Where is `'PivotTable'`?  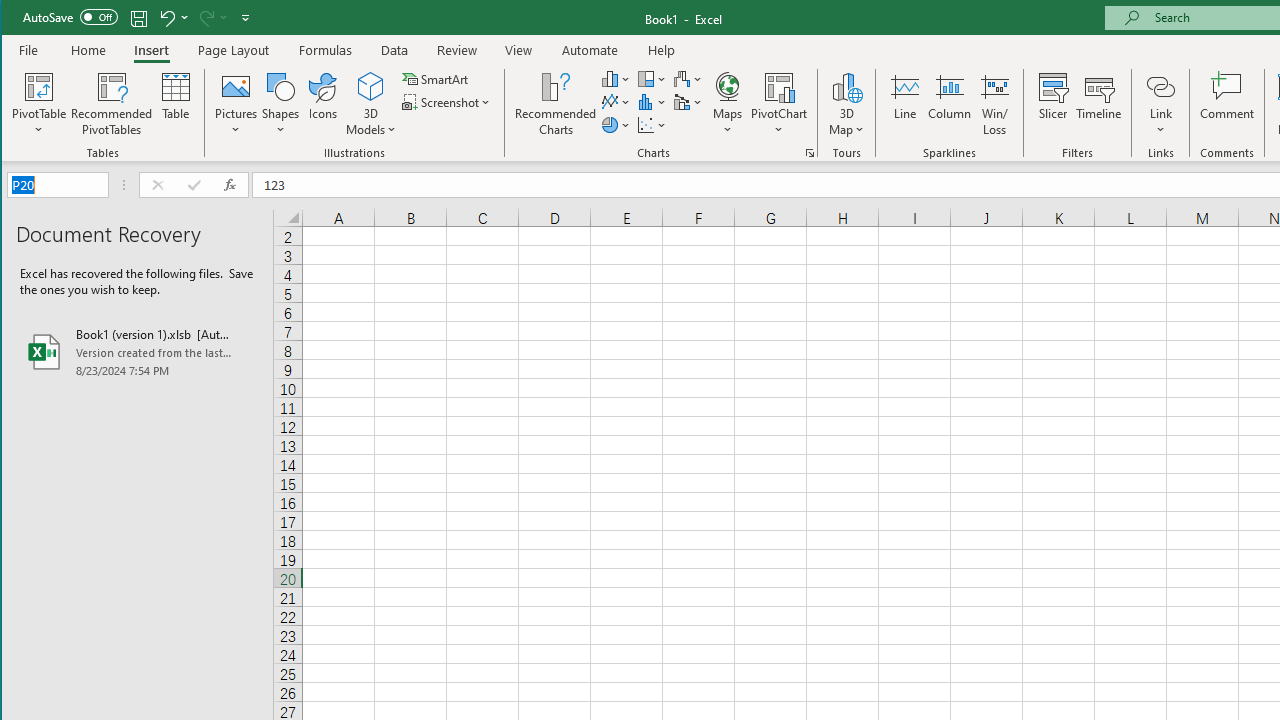 'PivotTable' is located at coordinates (39, 104).